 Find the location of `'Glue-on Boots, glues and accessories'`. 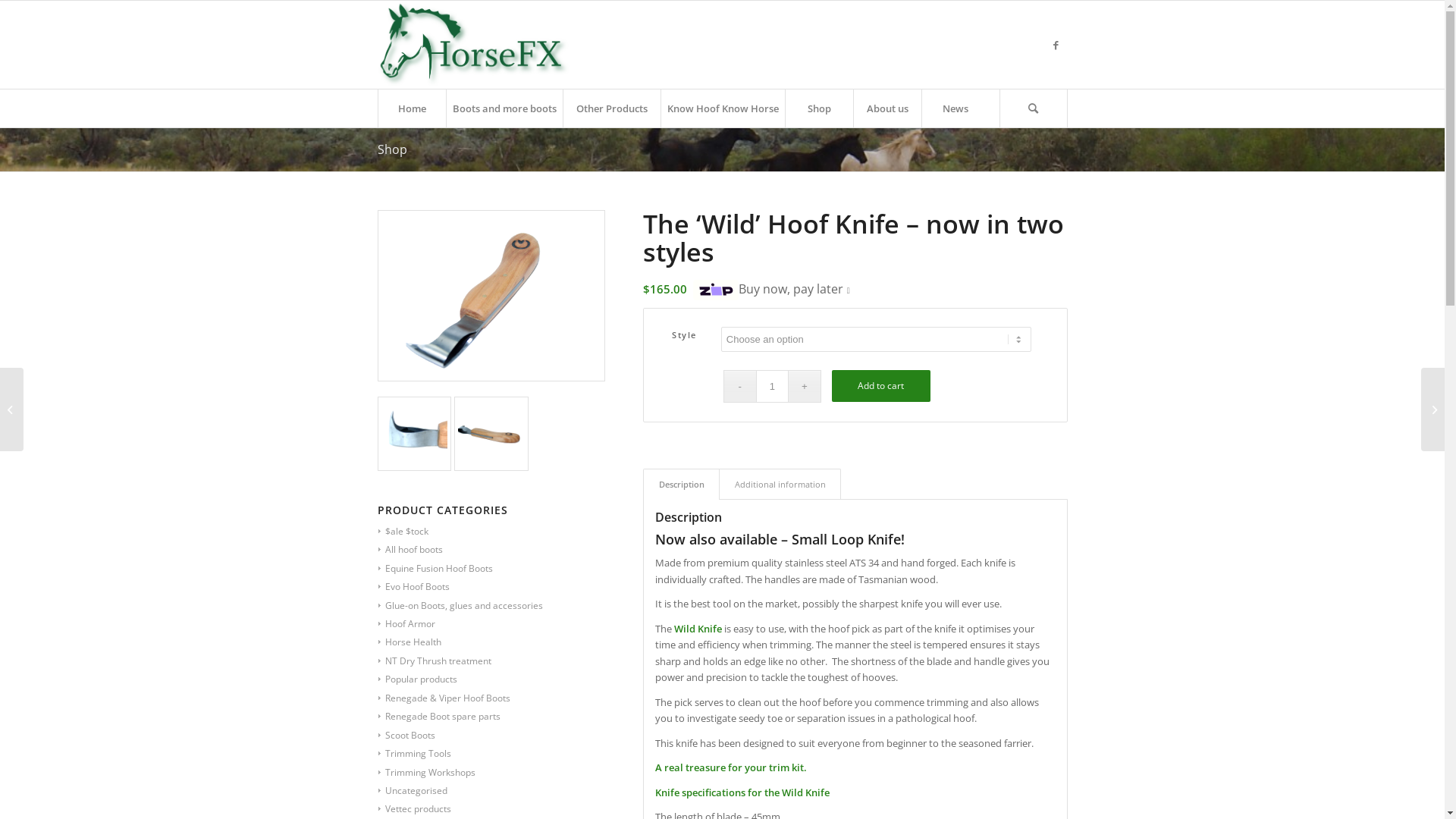

'Glue-on Boots, glues and accessories' is located at coordinates (459, 604).